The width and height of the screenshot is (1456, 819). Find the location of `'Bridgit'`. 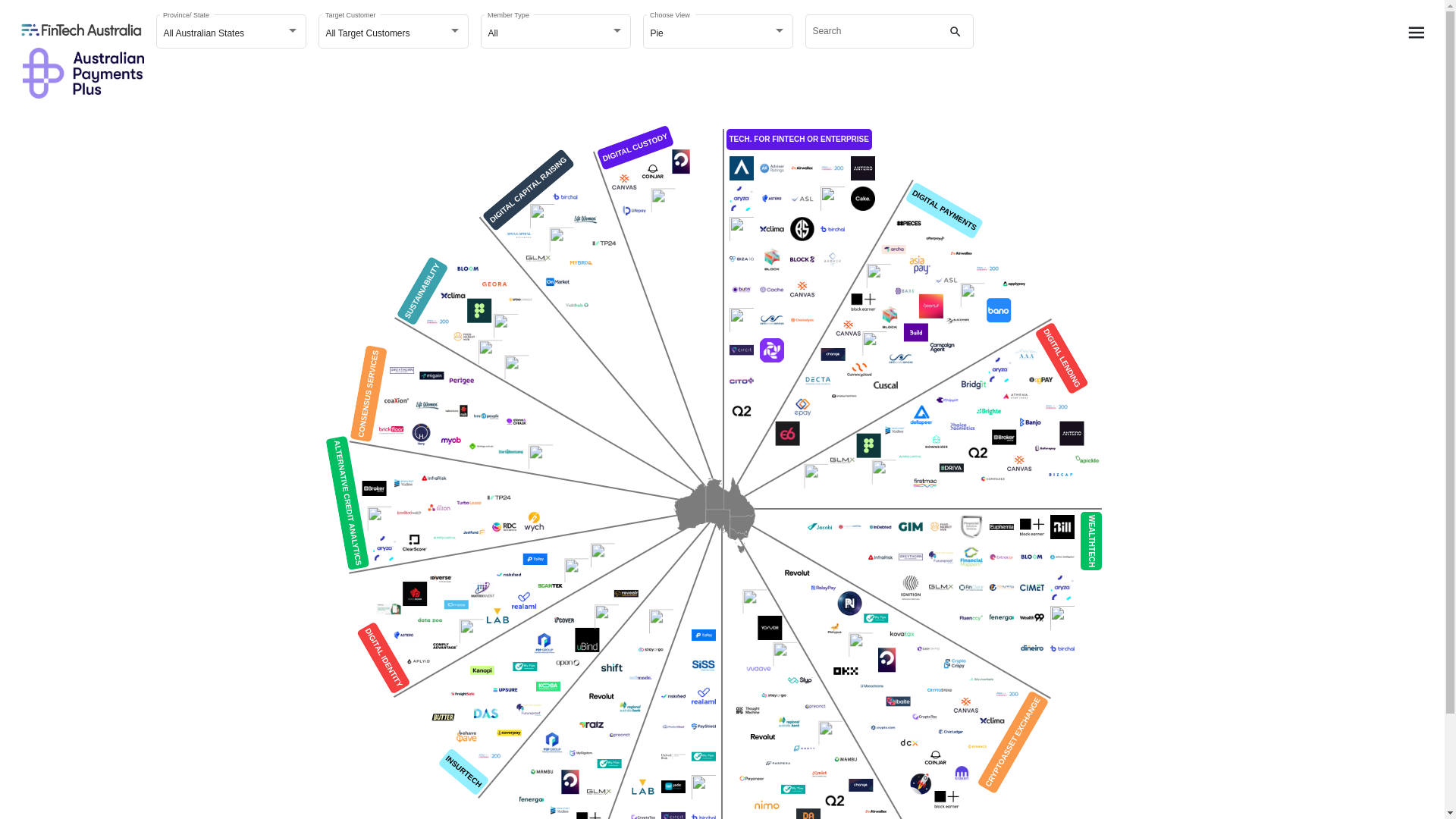

'Bridgit' is located at coordinates (957, 384).